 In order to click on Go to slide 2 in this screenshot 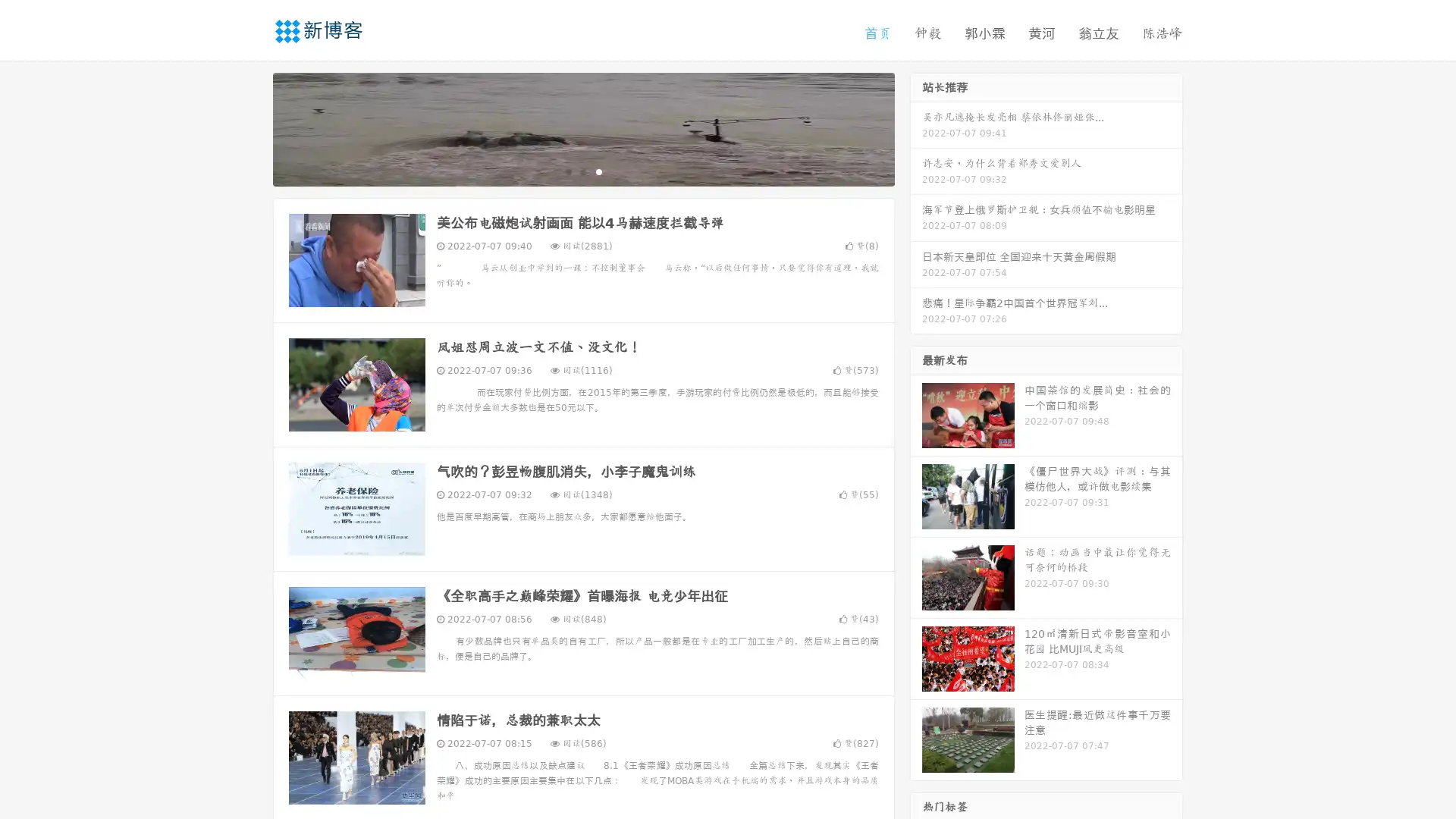, I will do `click(582, 171)`.